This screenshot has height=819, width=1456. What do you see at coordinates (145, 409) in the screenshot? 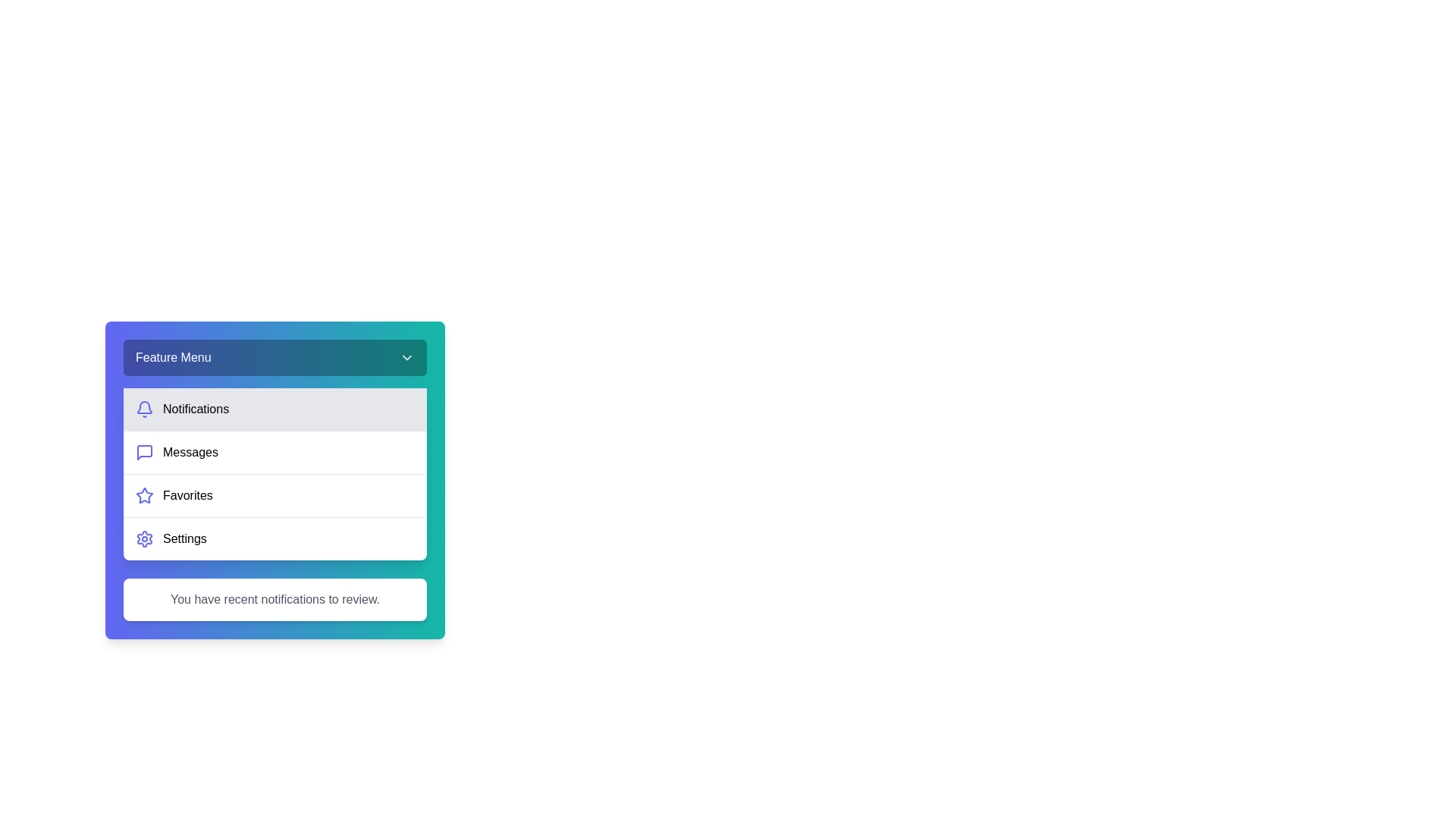
I see `the indigo bell icon located on the leftmost side of the Notifications row, which is the first item under the Feature Menu heading` at bounding box center [145, 409].